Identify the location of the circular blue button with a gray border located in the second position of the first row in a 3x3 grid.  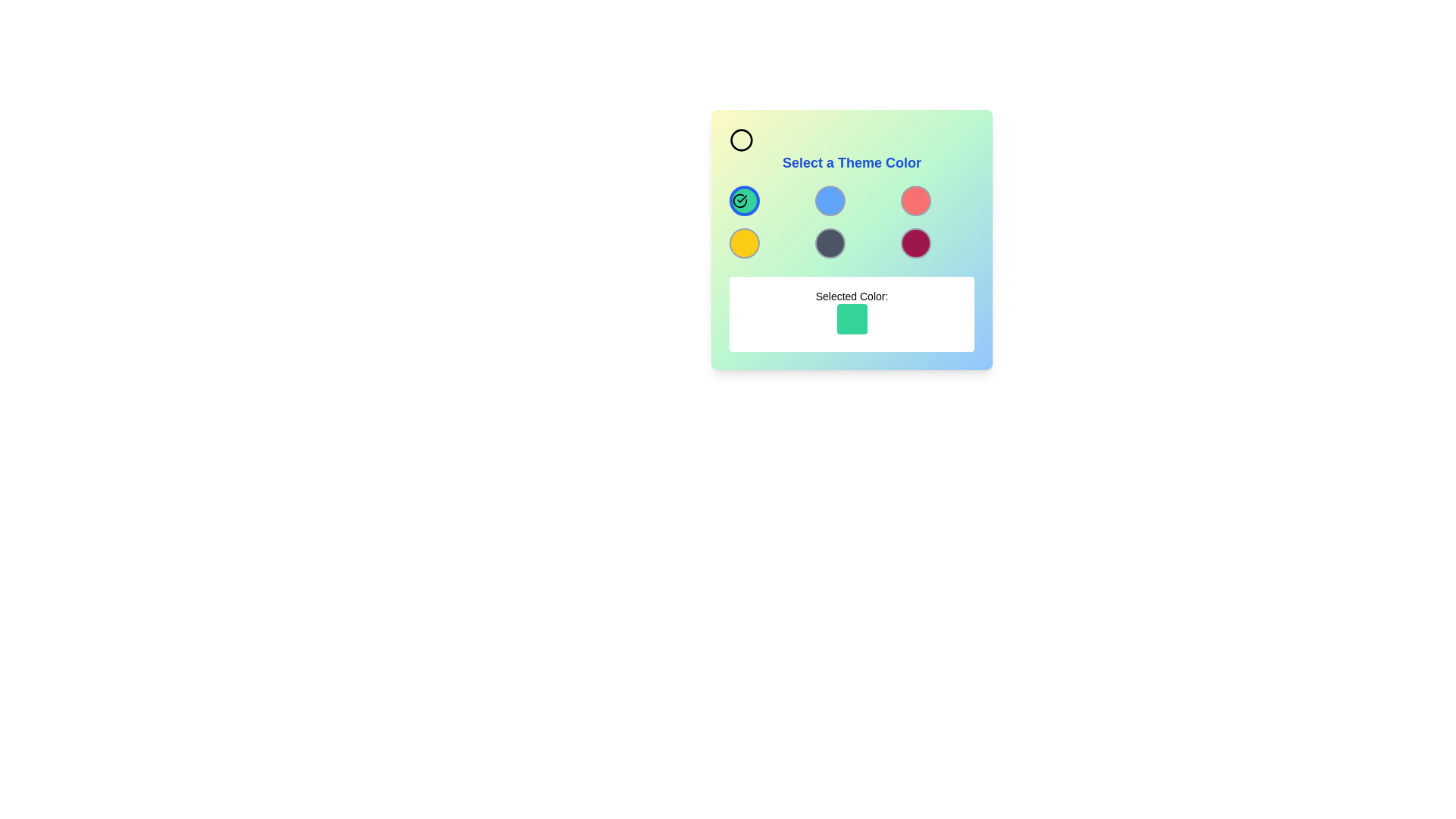
(829, 200).